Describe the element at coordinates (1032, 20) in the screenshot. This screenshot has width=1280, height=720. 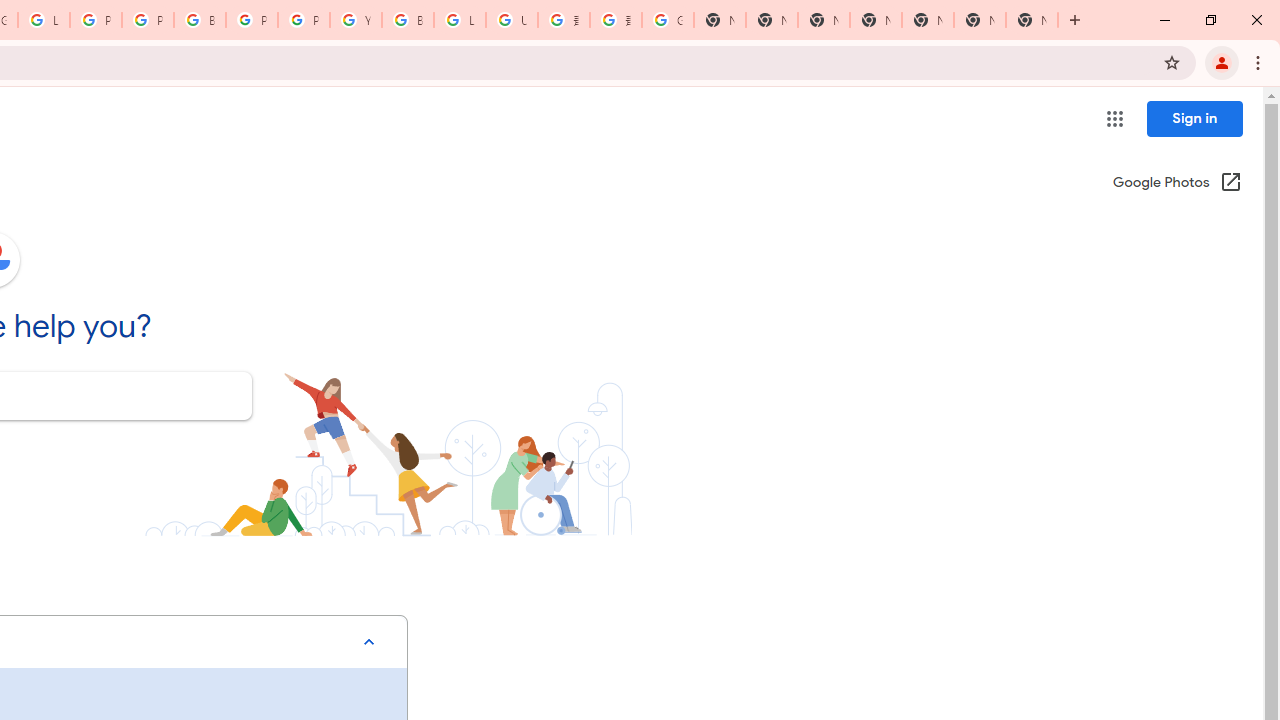
I see `'New Tab'` at that location.